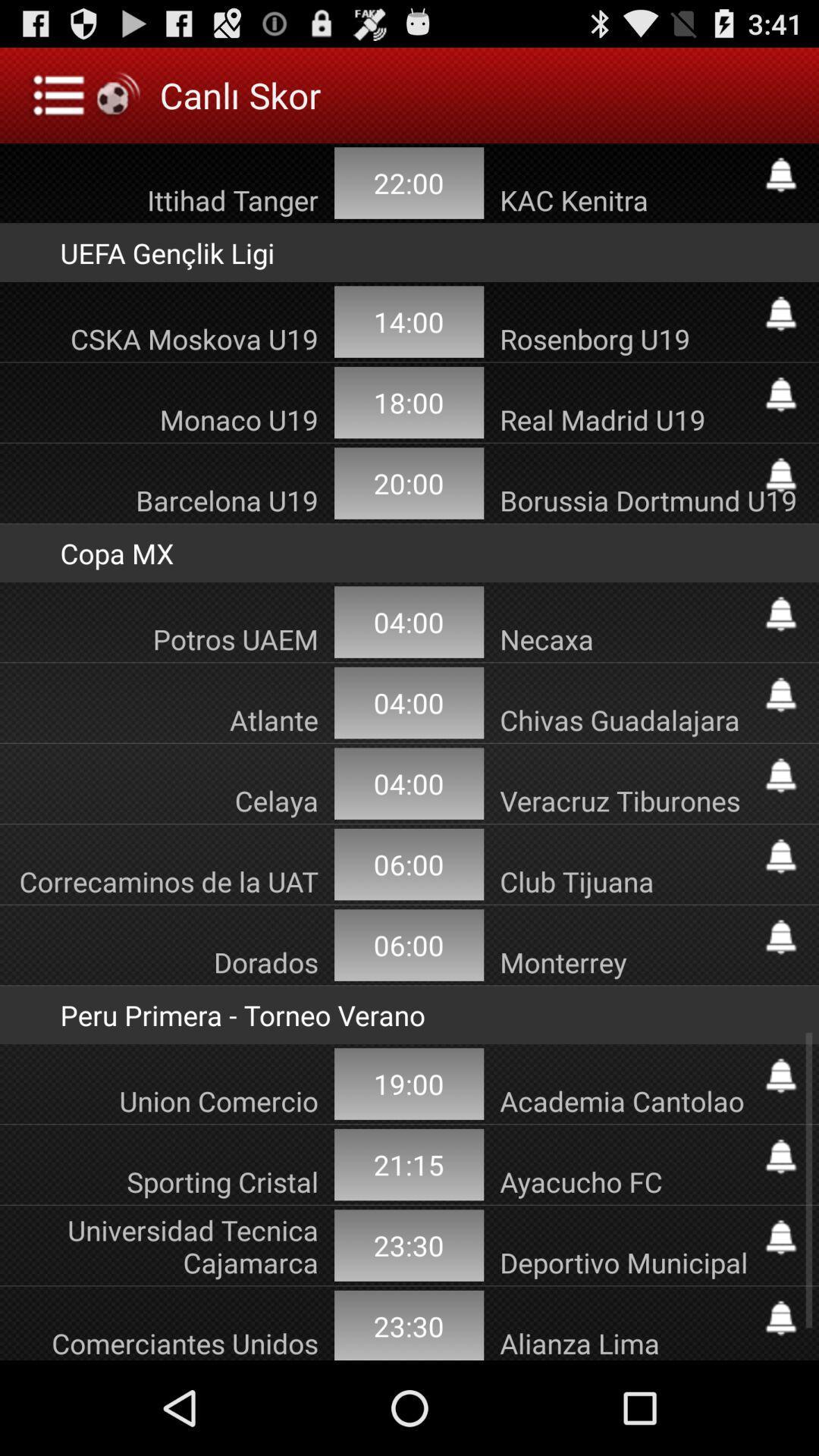 The width and height of the screenshot is (819, 1456). I want to click on bell button, so click(780, 1156).